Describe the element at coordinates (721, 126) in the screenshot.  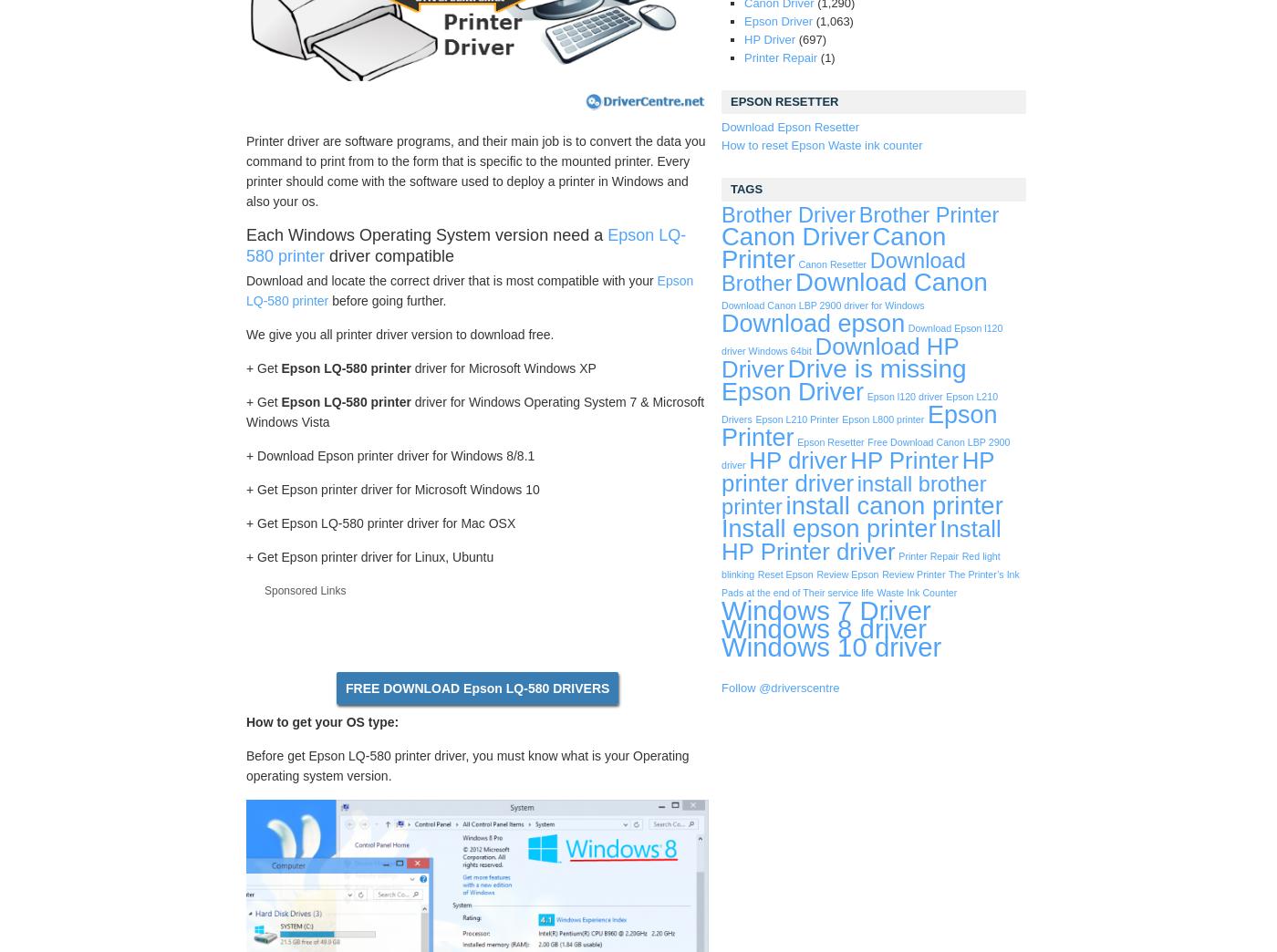
I see `'Download Epson Resetter'` at that location.